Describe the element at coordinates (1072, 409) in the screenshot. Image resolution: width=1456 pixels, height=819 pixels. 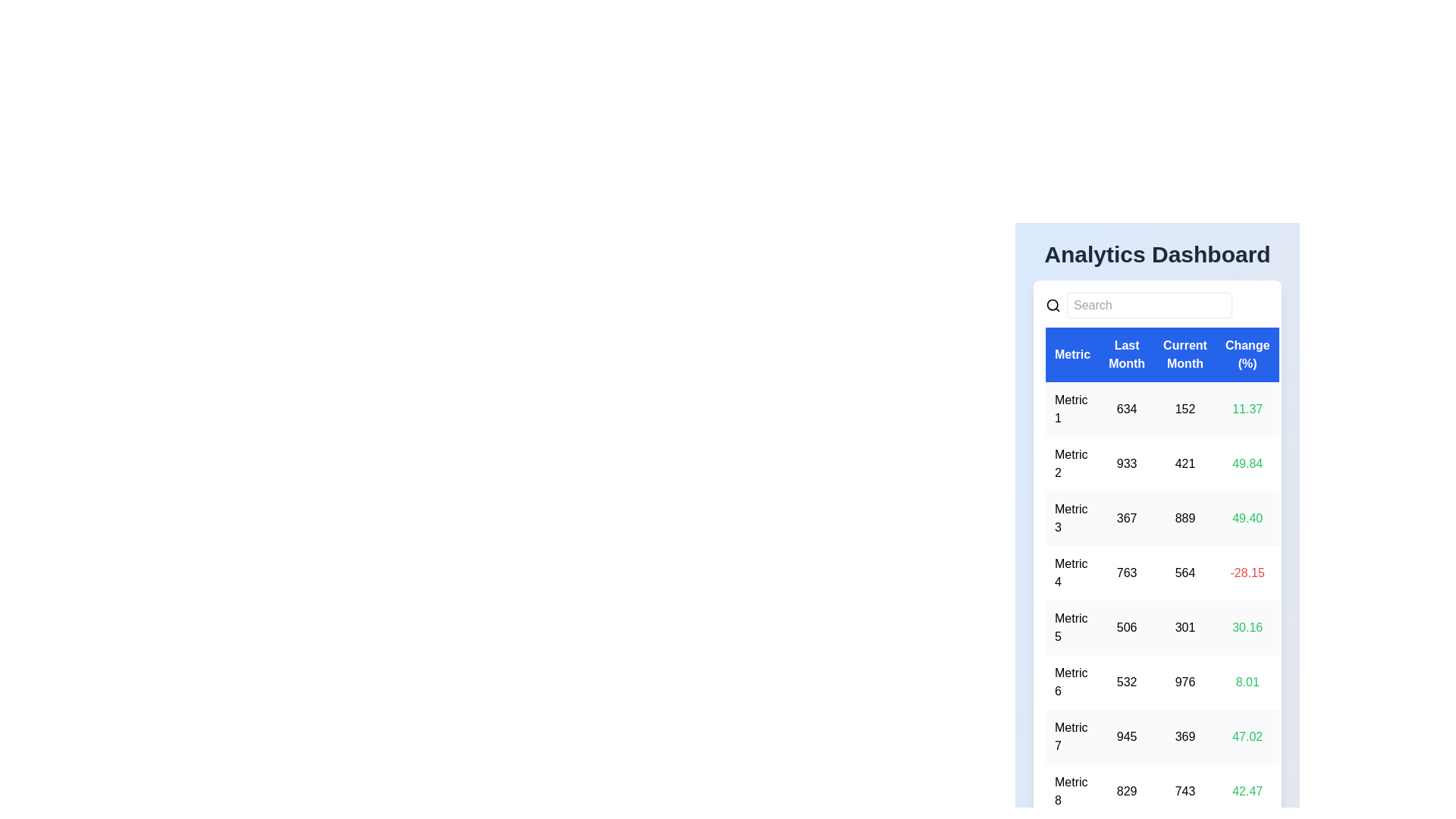
I see `the cell containing 'Metric 1' to focus its content` at that location.